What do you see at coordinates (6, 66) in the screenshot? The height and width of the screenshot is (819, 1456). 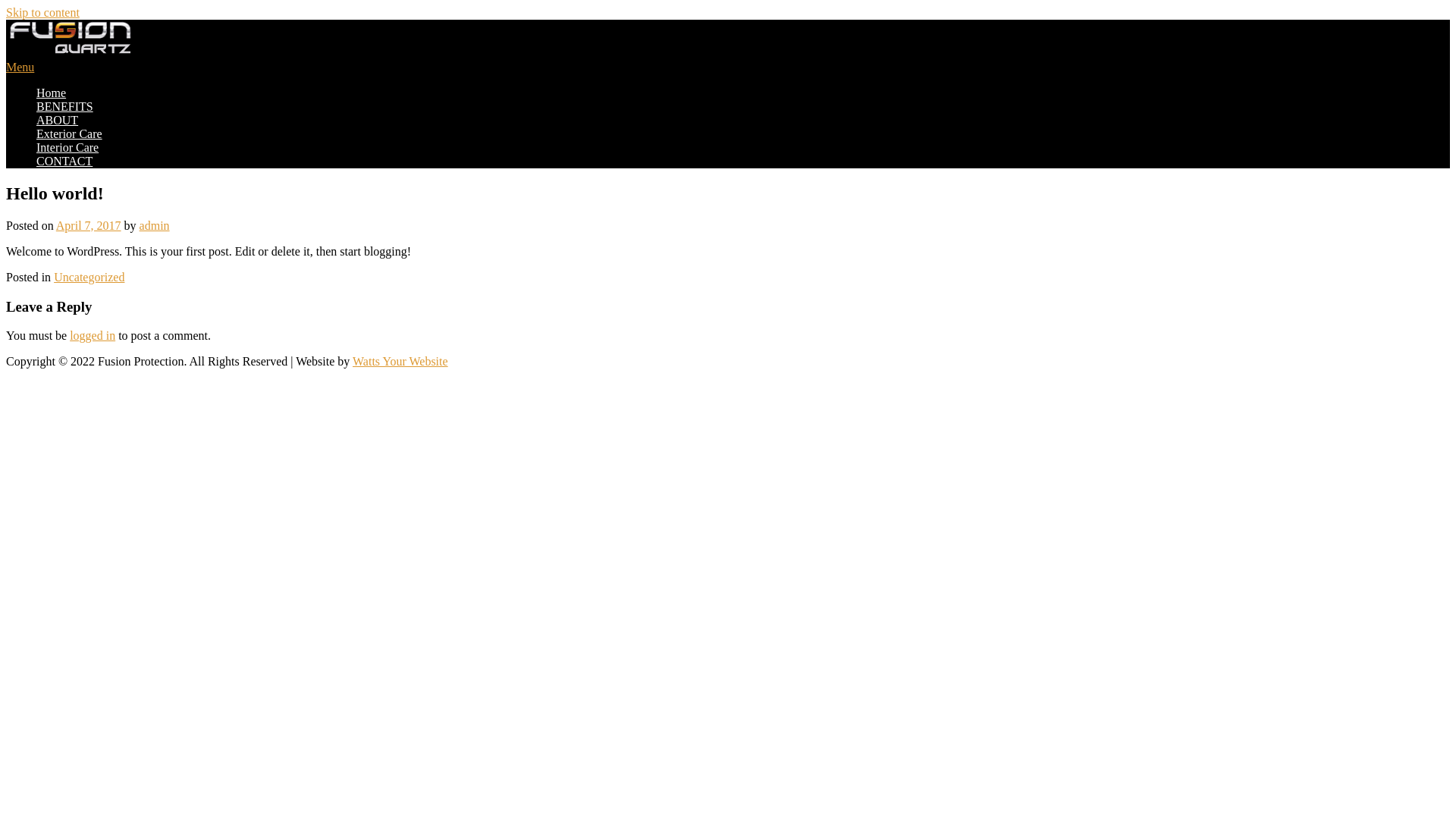 I see `'Menu'` at bounding box center [6, 66].